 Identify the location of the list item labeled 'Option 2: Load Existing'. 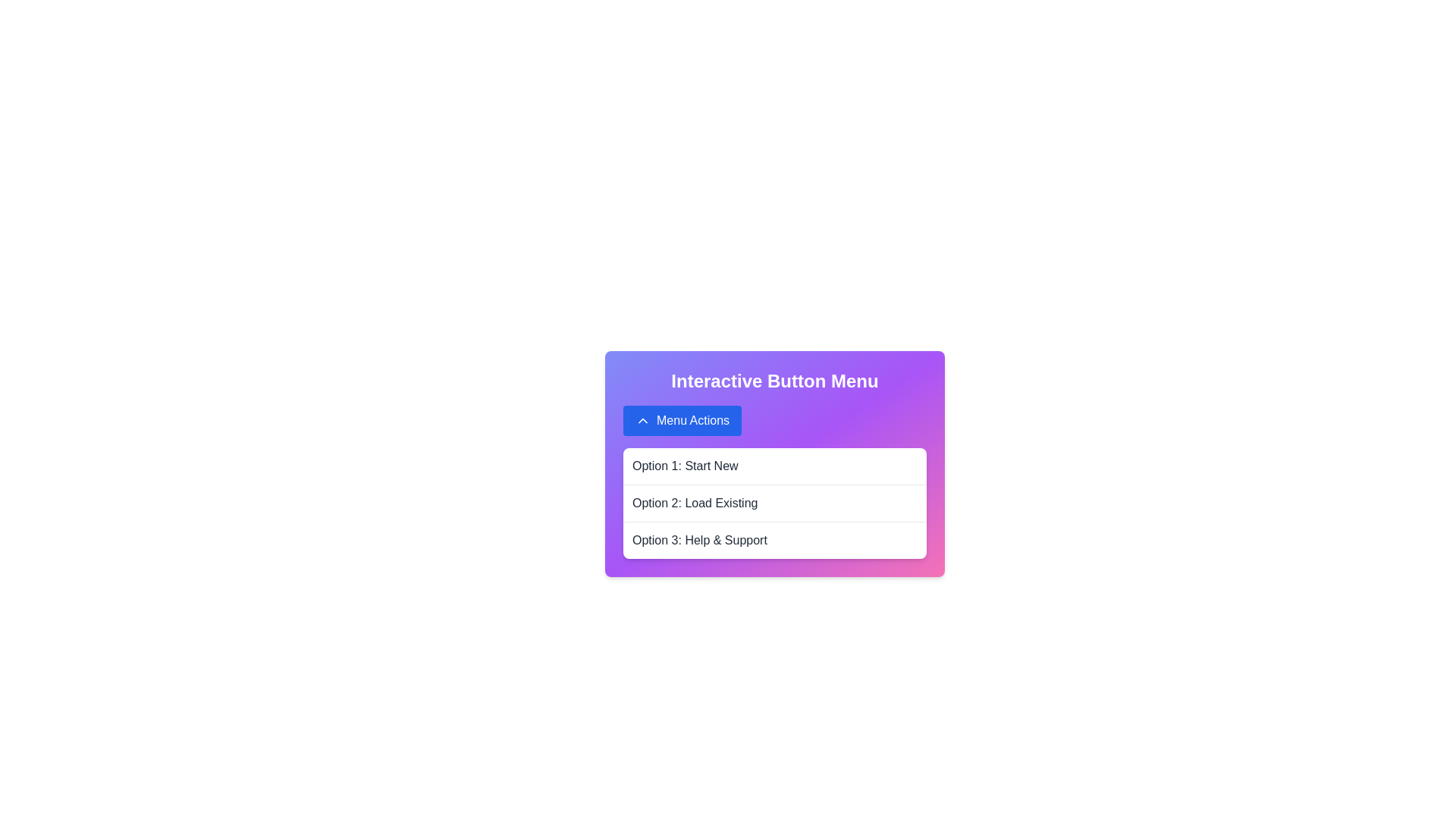
(775, 503).